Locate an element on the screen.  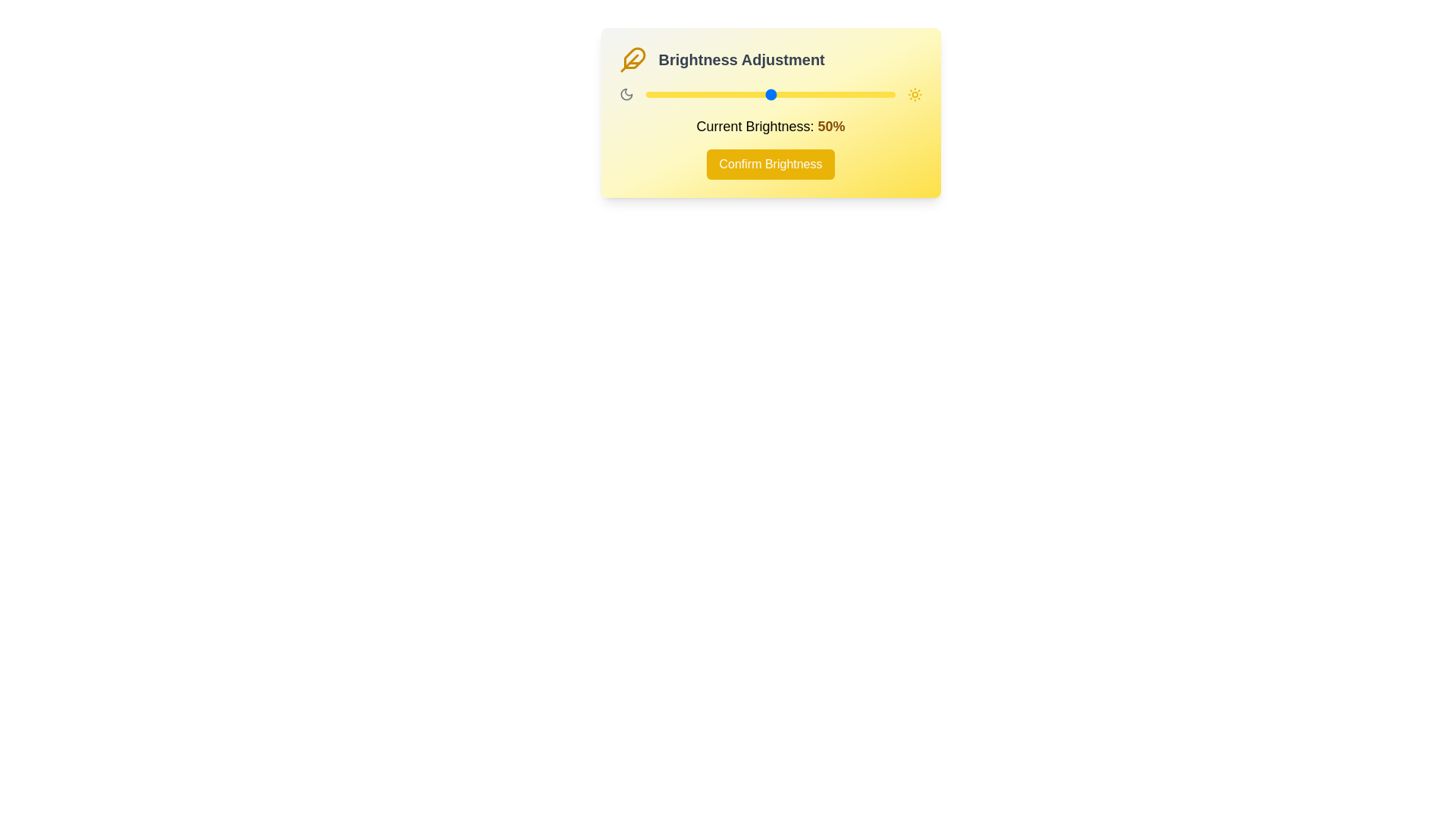
the brightness to 75% by dragging the slider is located at coordinates (832, 94).